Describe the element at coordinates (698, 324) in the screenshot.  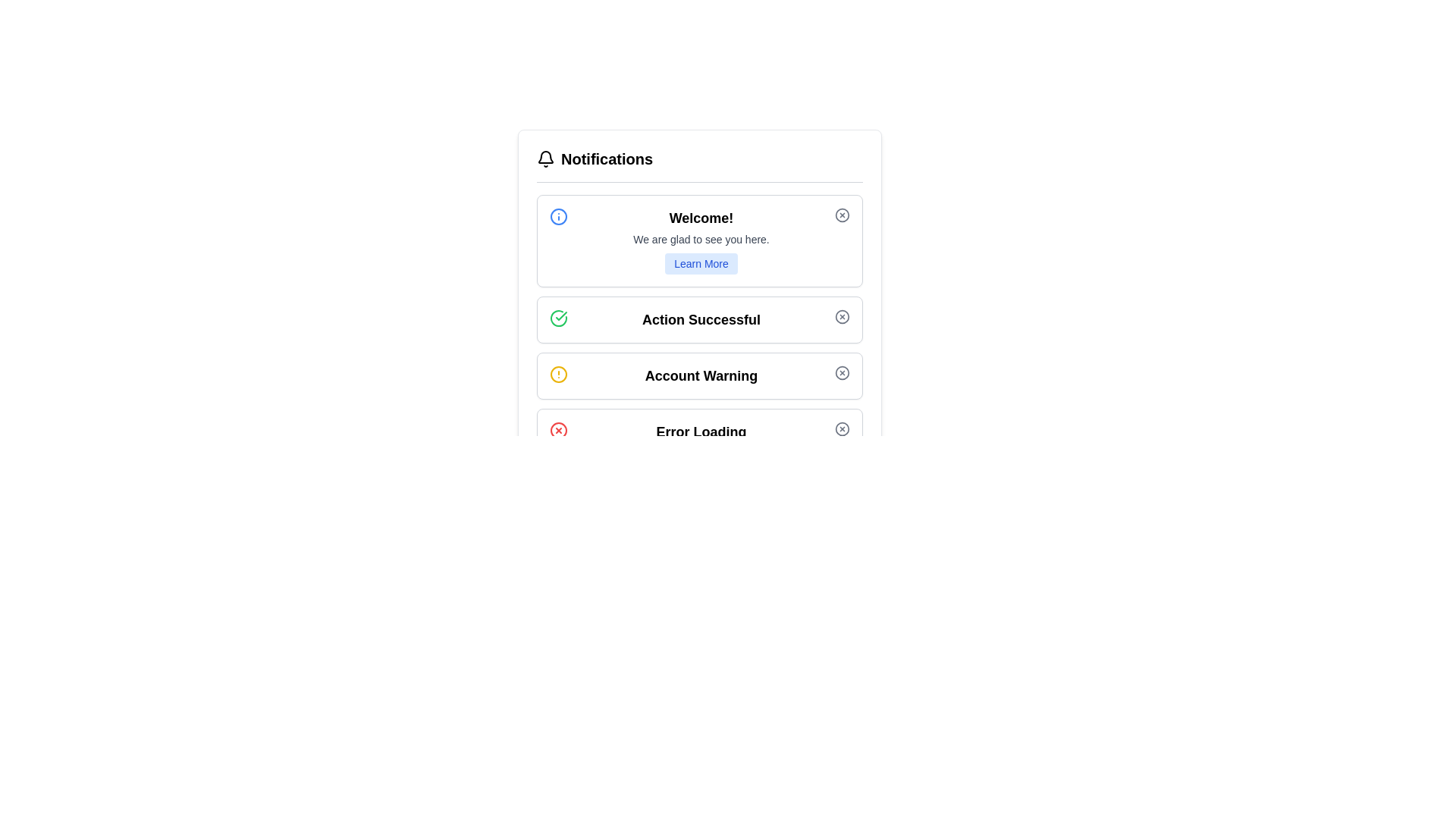
I see `the second notification element in the Notifications panel` at that location.